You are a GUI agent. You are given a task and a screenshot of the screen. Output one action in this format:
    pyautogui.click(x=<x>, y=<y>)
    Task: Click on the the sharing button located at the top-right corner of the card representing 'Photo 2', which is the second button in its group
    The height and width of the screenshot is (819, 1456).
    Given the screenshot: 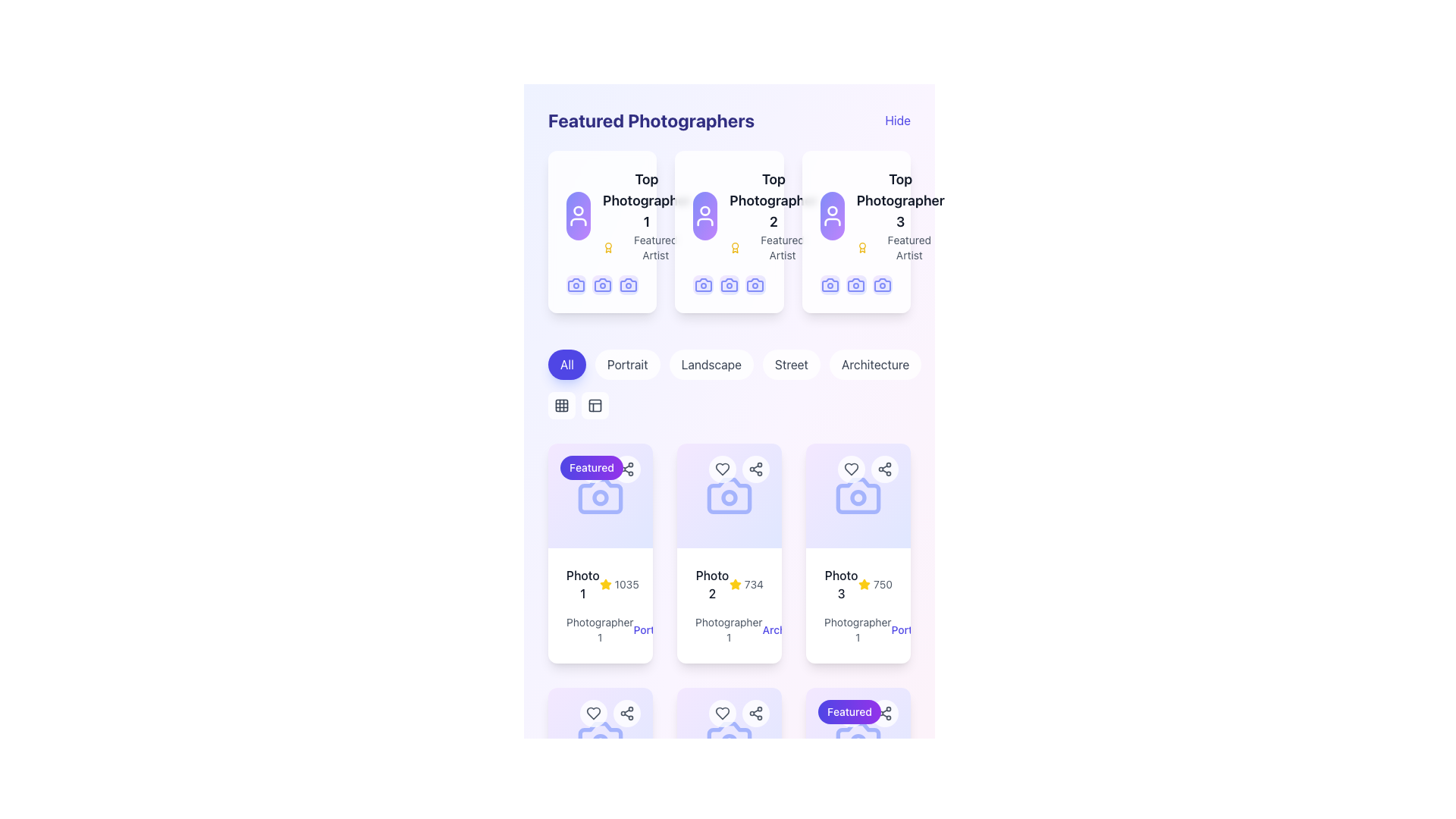 What is the action you would take?
    pyautogui.click(x=756, y=468)
    